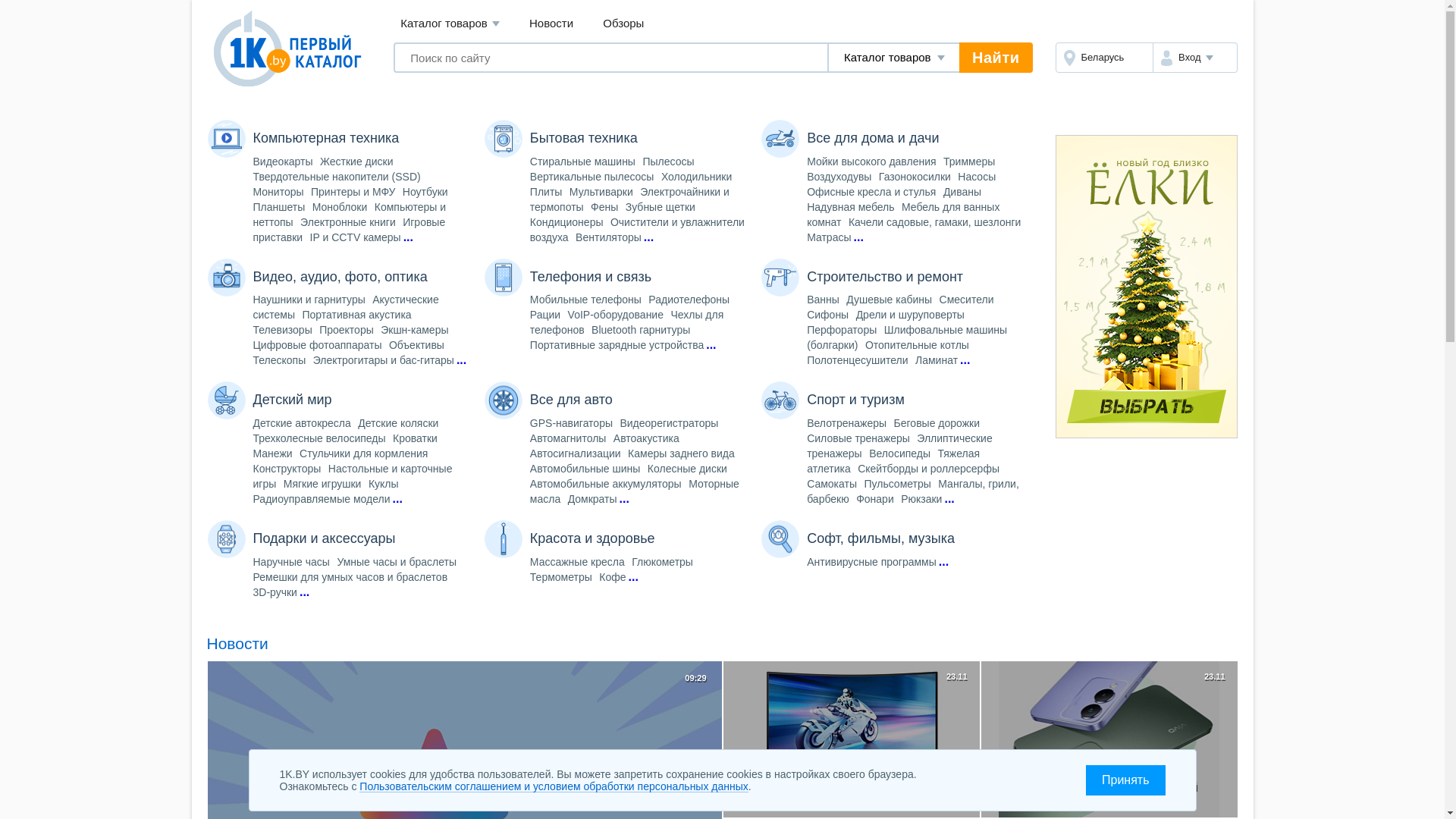 This screenshot has width=1456, height=819. What do you see at coordinates (648, 237) in the screenshot?
I see `'...'` at bounding box center [648, 237].